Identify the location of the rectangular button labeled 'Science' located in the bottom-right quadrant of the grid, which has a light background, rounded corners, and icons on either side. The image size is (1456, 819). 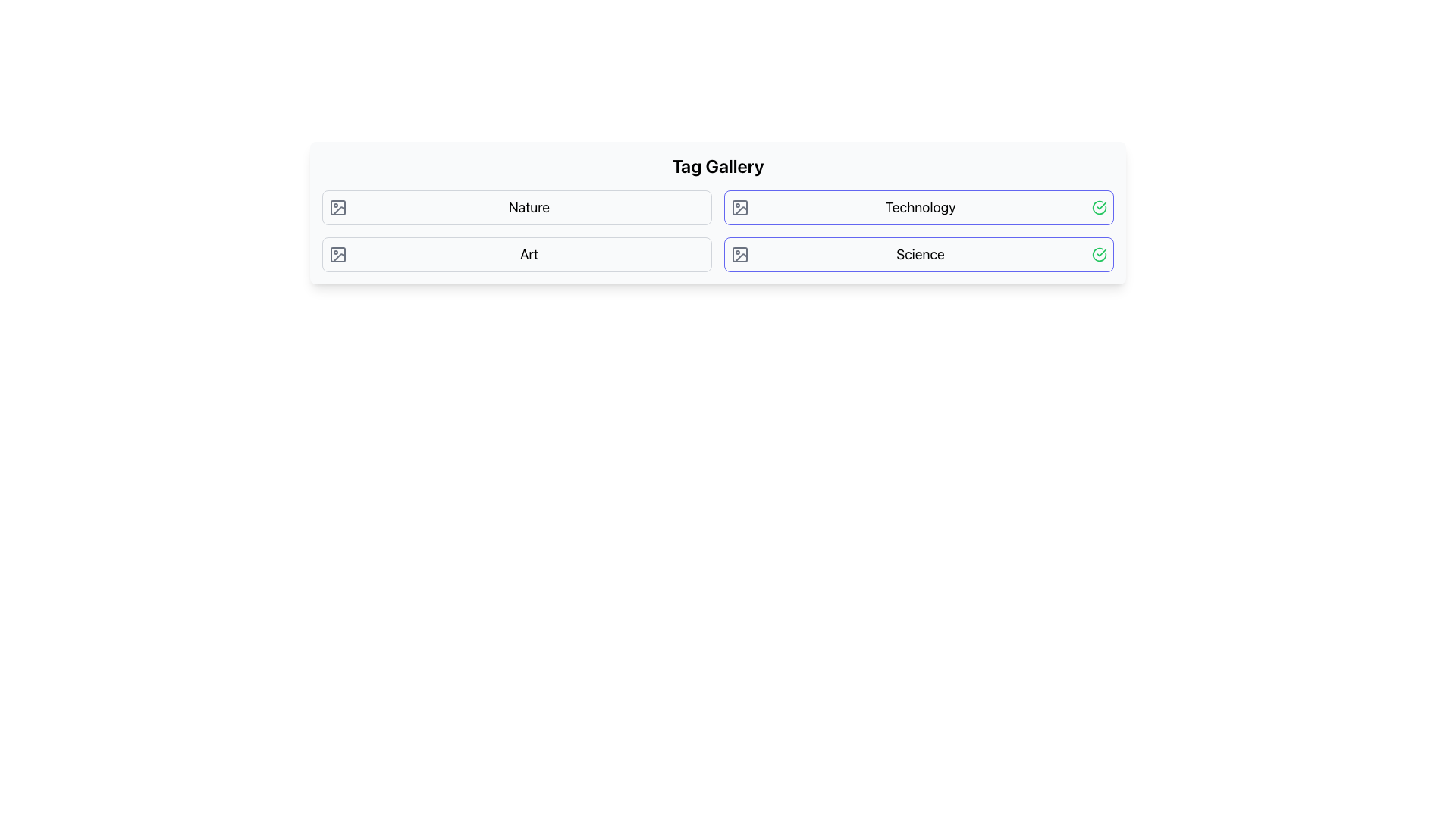
(918, 253).